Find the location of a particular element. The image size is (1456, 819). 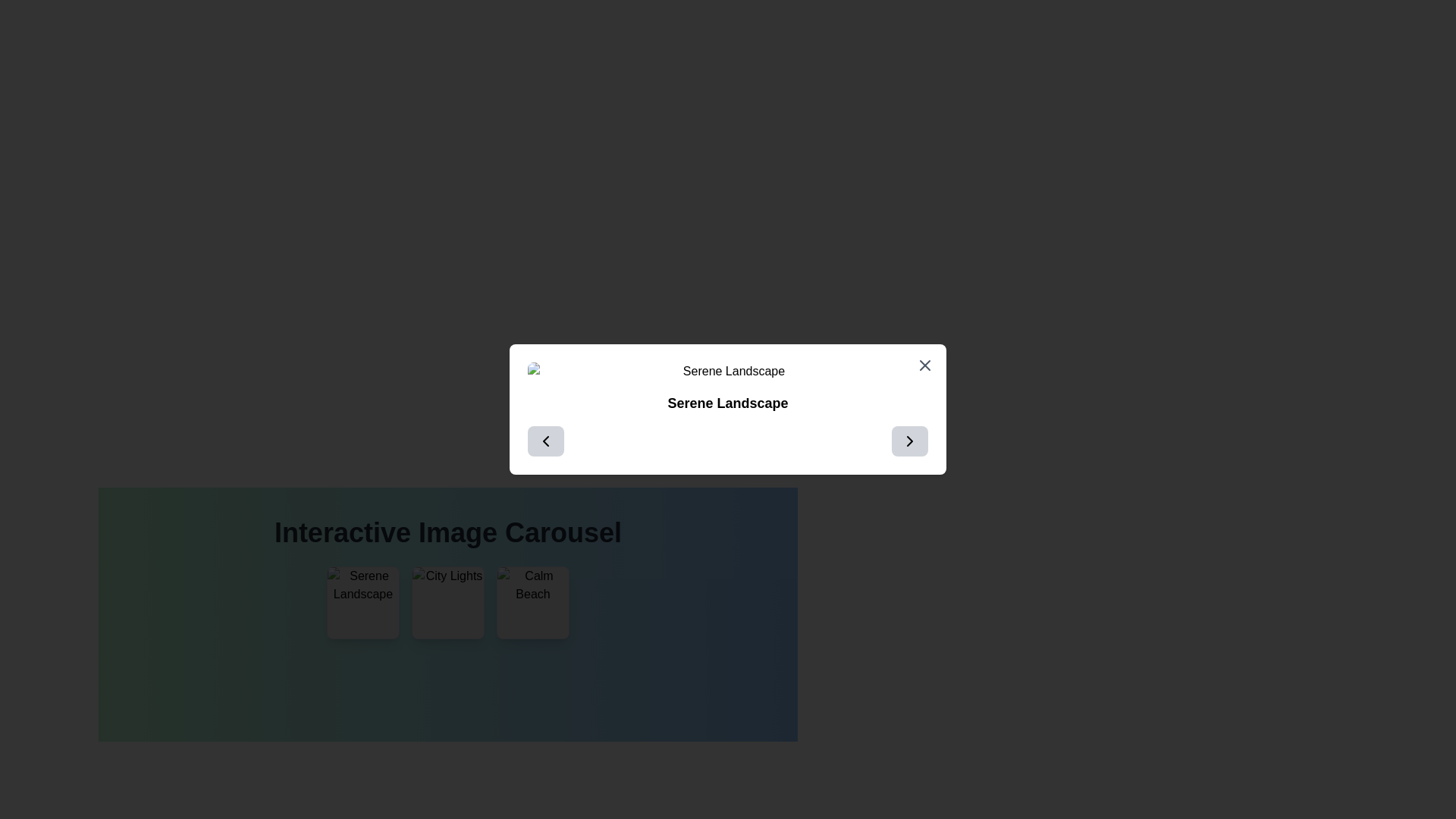

the Close button located in the top-right corner of the modal dialog titled 'Serene Landscape' is located at coordinates (924, 366).